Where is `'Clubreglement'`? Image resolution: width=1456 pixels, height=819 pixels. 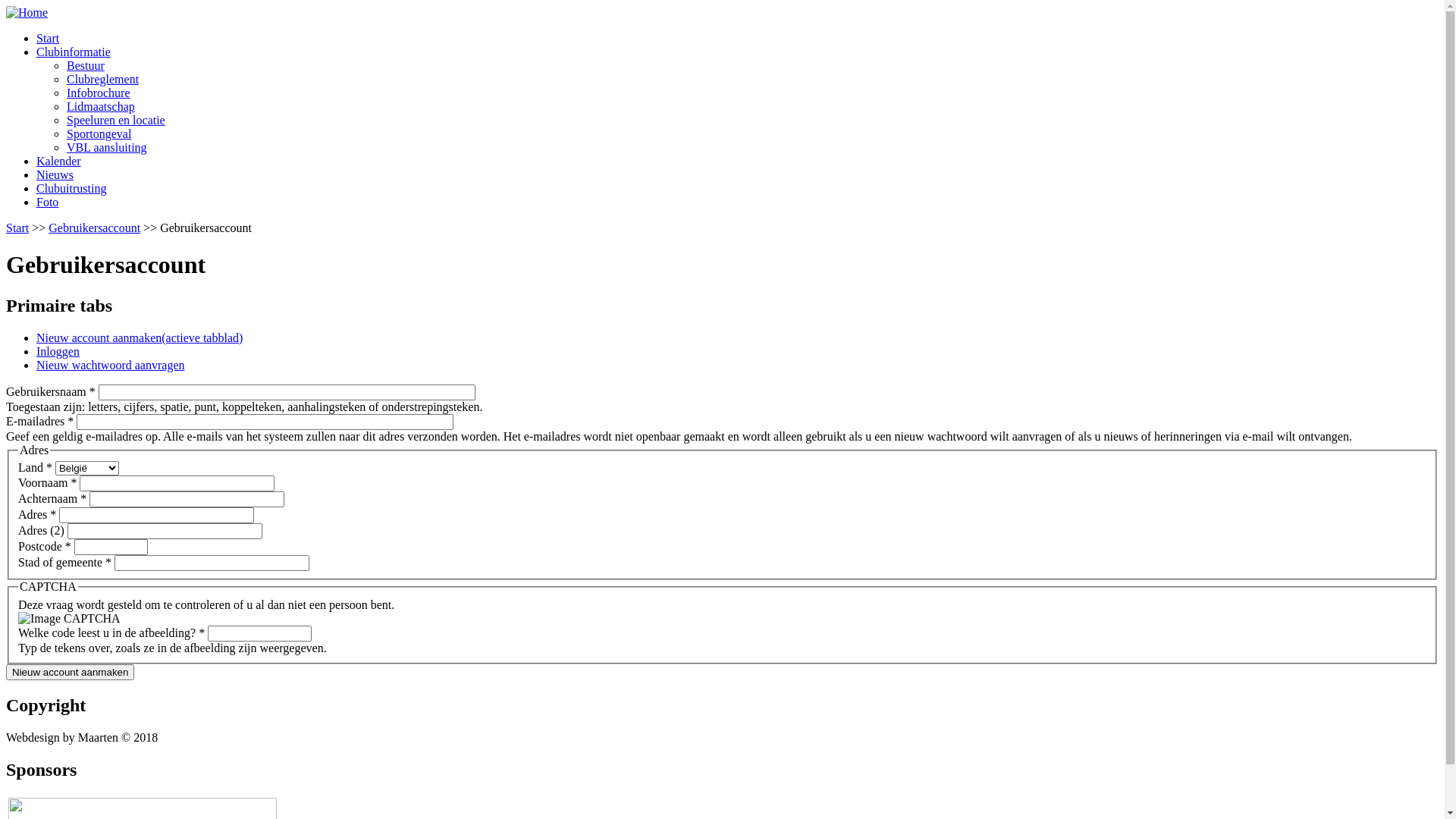 'Clubreglement' is located at coordinates (102, 79).